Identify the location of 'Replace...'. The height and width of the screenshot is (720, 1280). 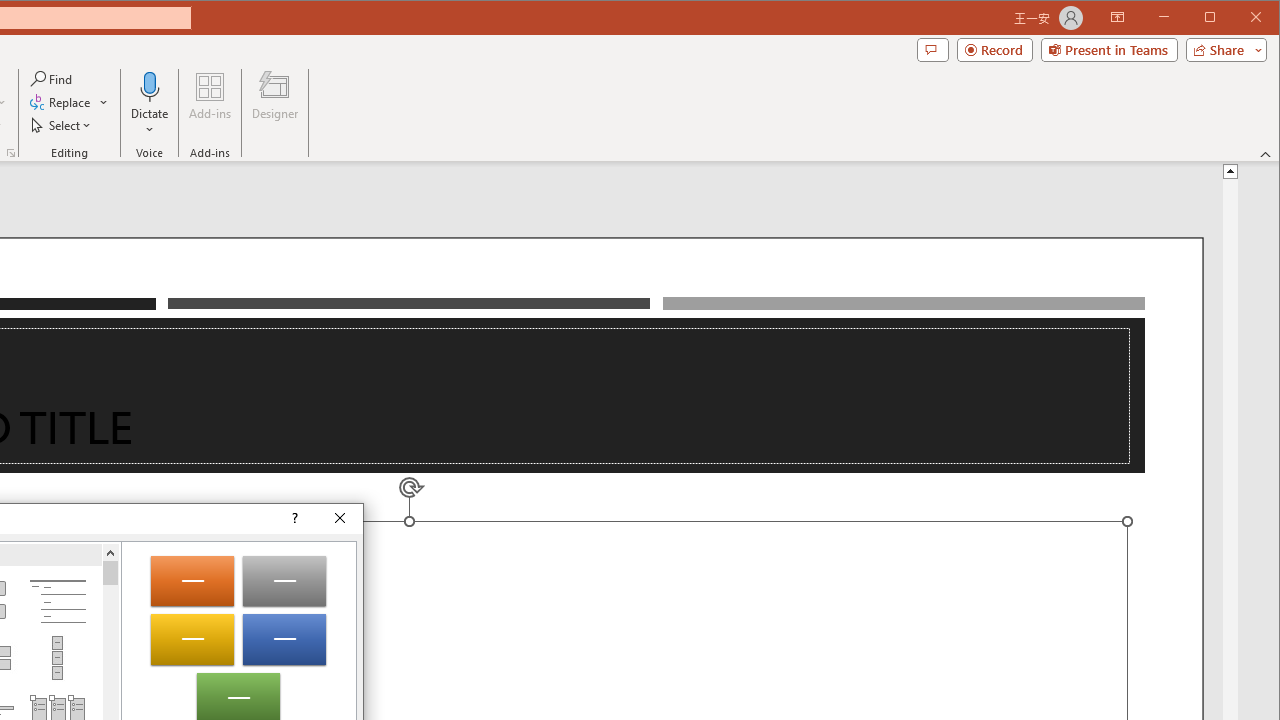
(69, 102).